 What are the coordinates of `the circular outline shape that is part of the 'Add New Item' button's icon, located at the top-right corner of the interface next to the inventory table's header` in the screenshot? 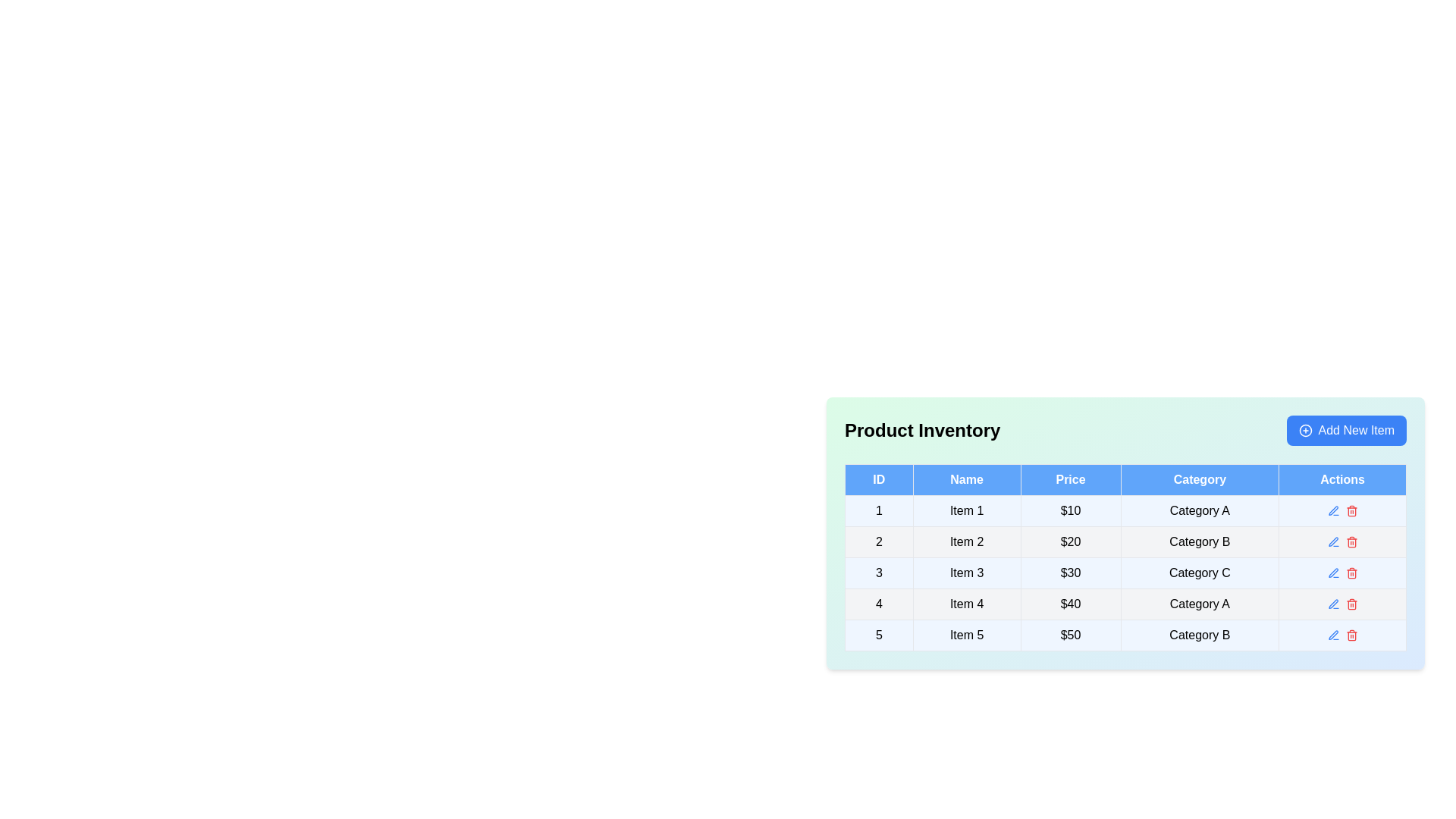 It's located at (1304, 430).